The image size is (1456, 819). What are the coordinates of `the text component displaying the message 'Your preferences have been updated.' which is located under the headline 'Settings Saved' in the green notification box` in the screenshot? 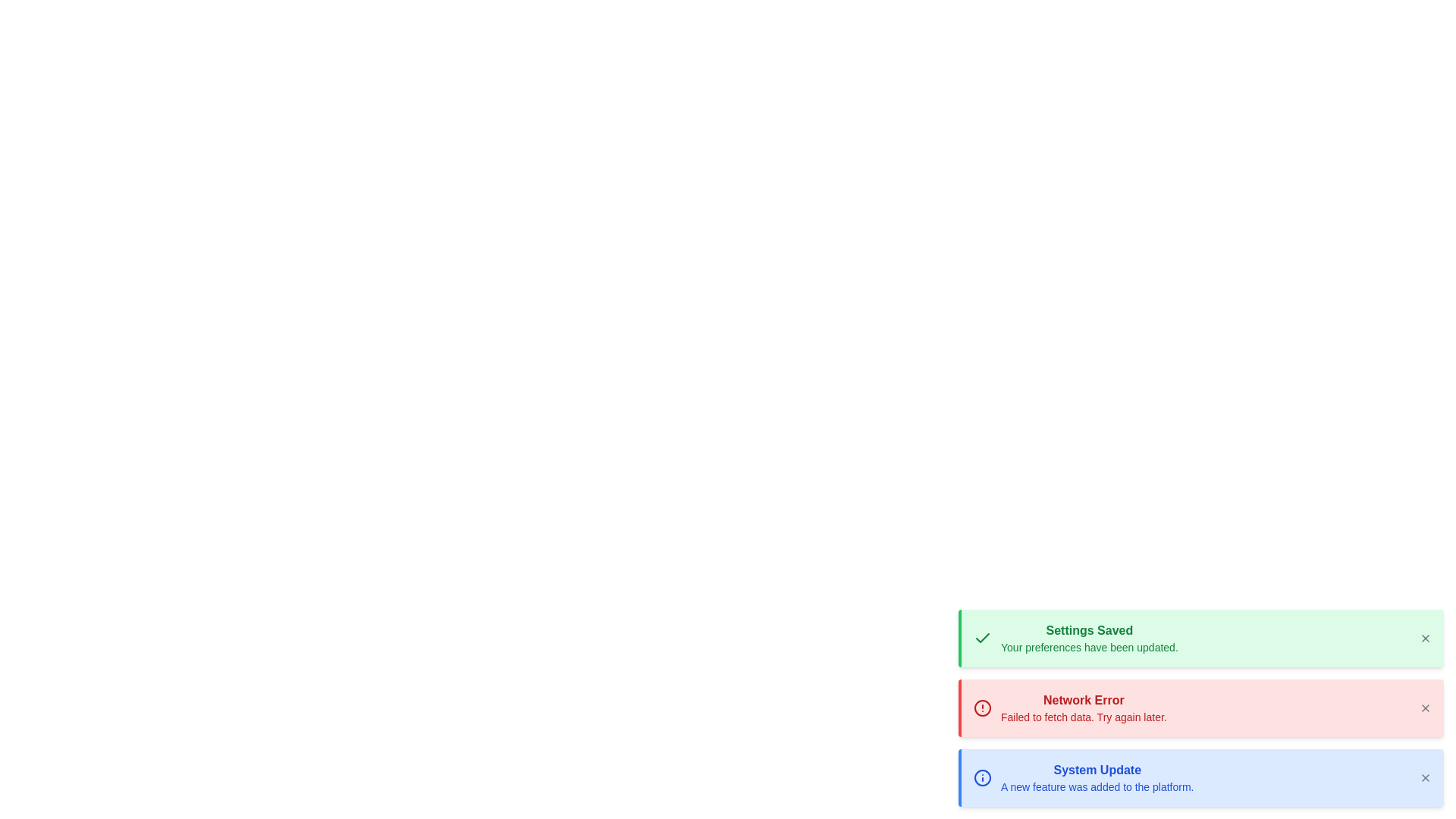 It's located at (1088, 647).